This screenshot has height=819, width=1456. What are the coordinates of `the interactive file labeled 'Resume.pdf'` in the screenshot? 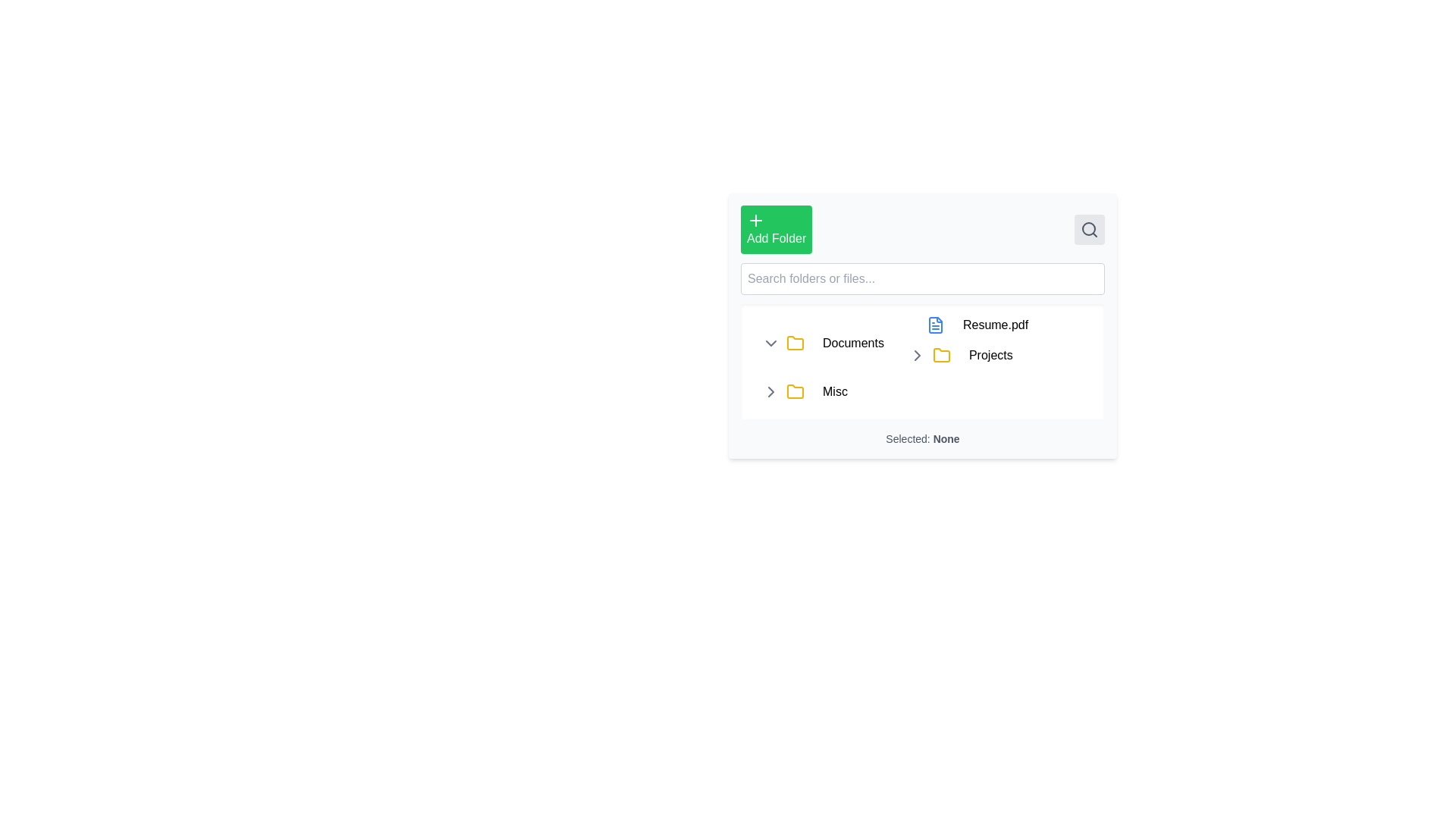 It's located at (971, 324).